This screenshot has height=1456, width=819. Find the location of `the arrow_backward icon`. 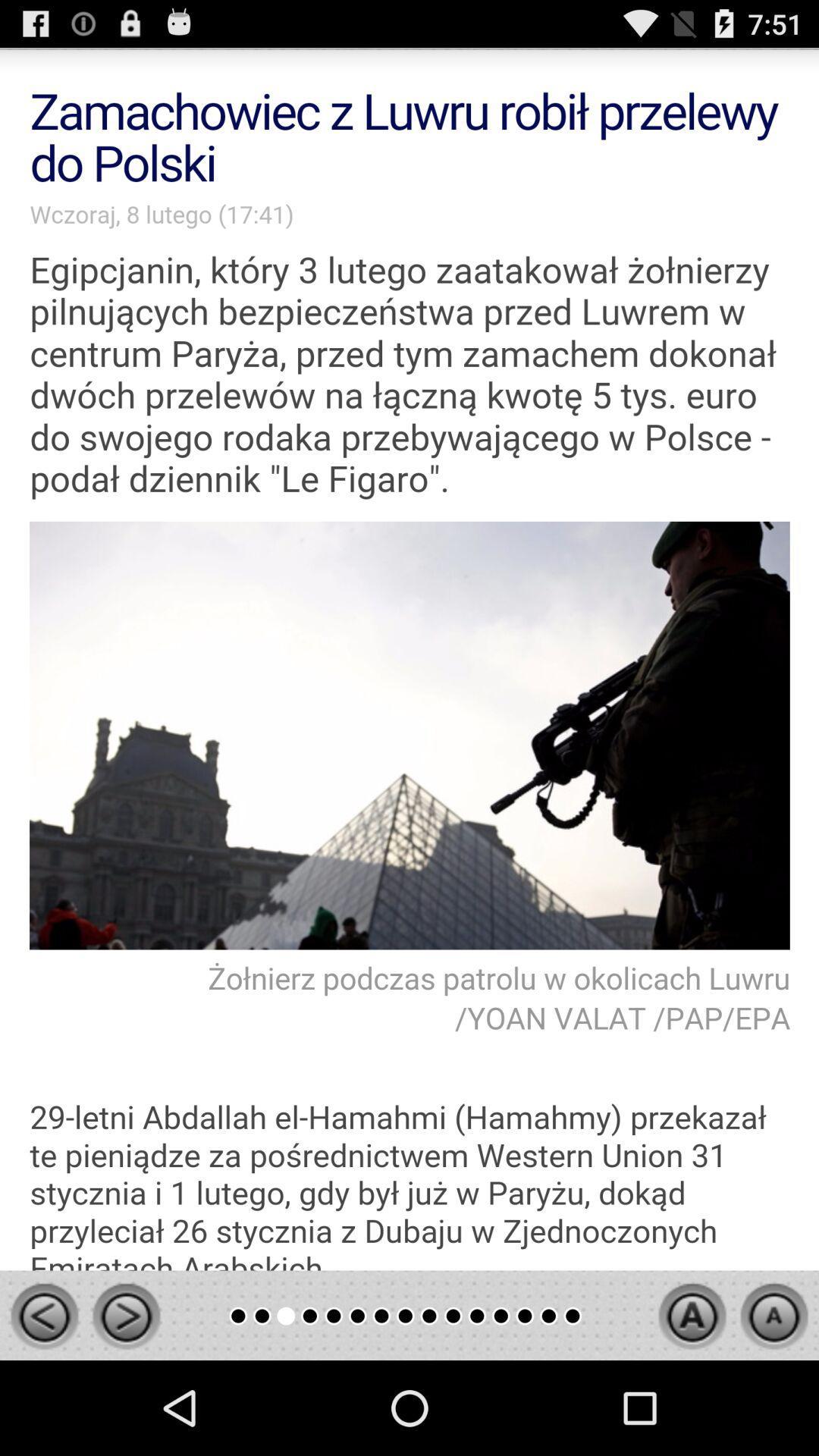

the arrow_backward icon is located at coordinates (42, 1408).